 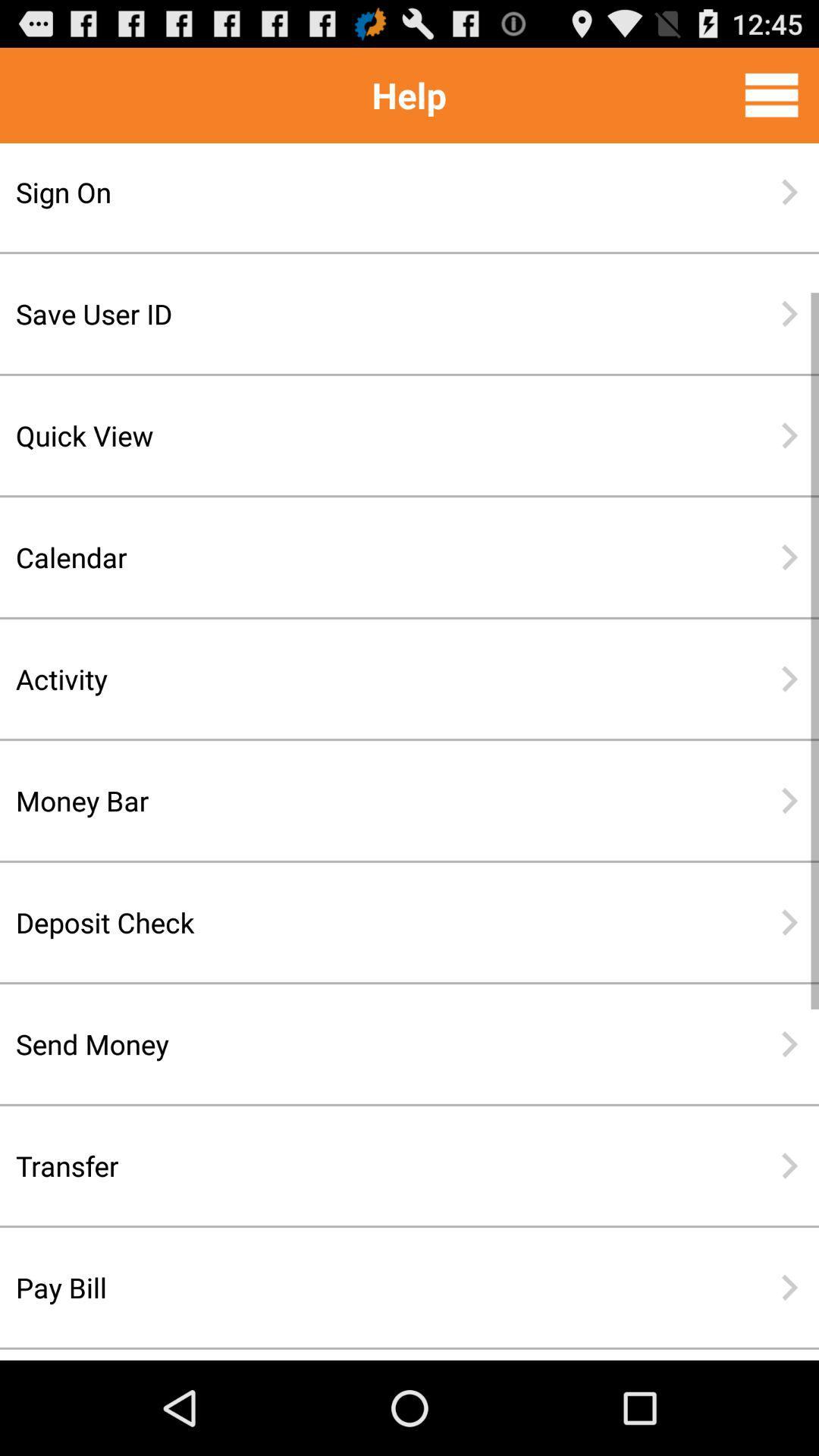 What do you see at coordinates (360, 556) in the screenshot?
I see `item below quick view item` at bounding box center [360, 556].